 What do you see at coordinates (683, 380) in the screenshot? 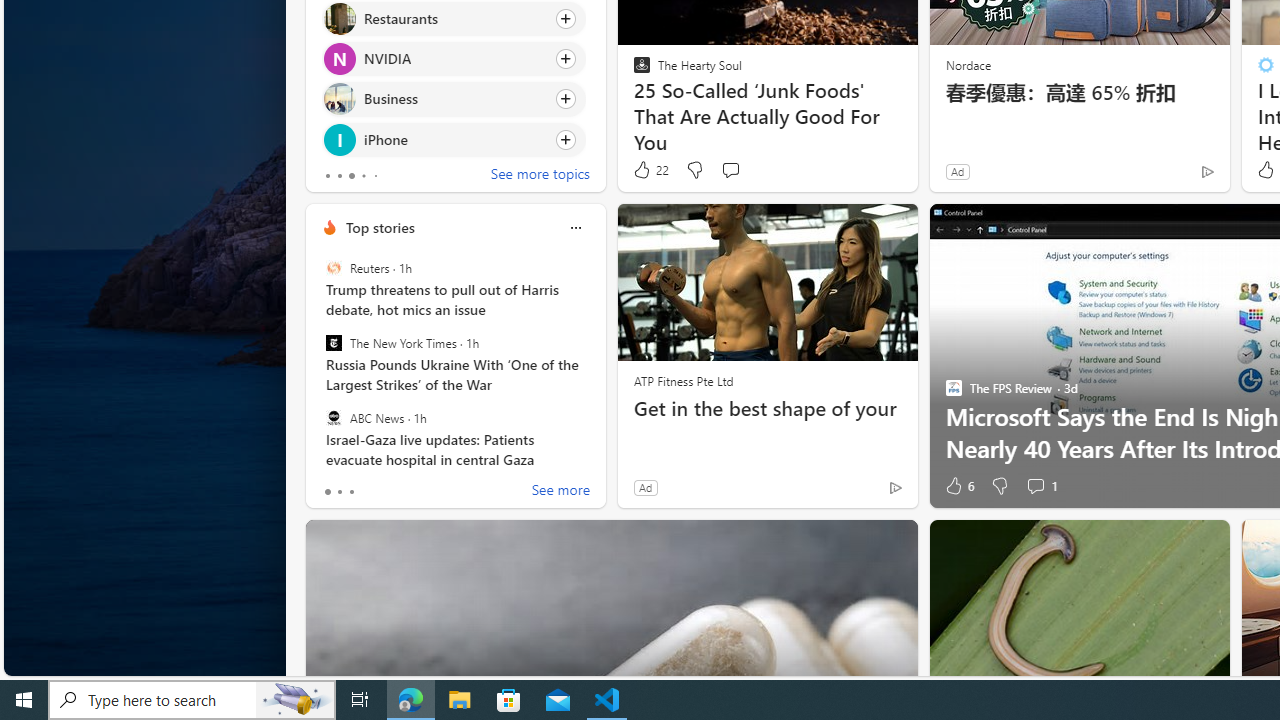
I see `'ATP Fitness Pte Ltd'` at bounding box center [683, 380].